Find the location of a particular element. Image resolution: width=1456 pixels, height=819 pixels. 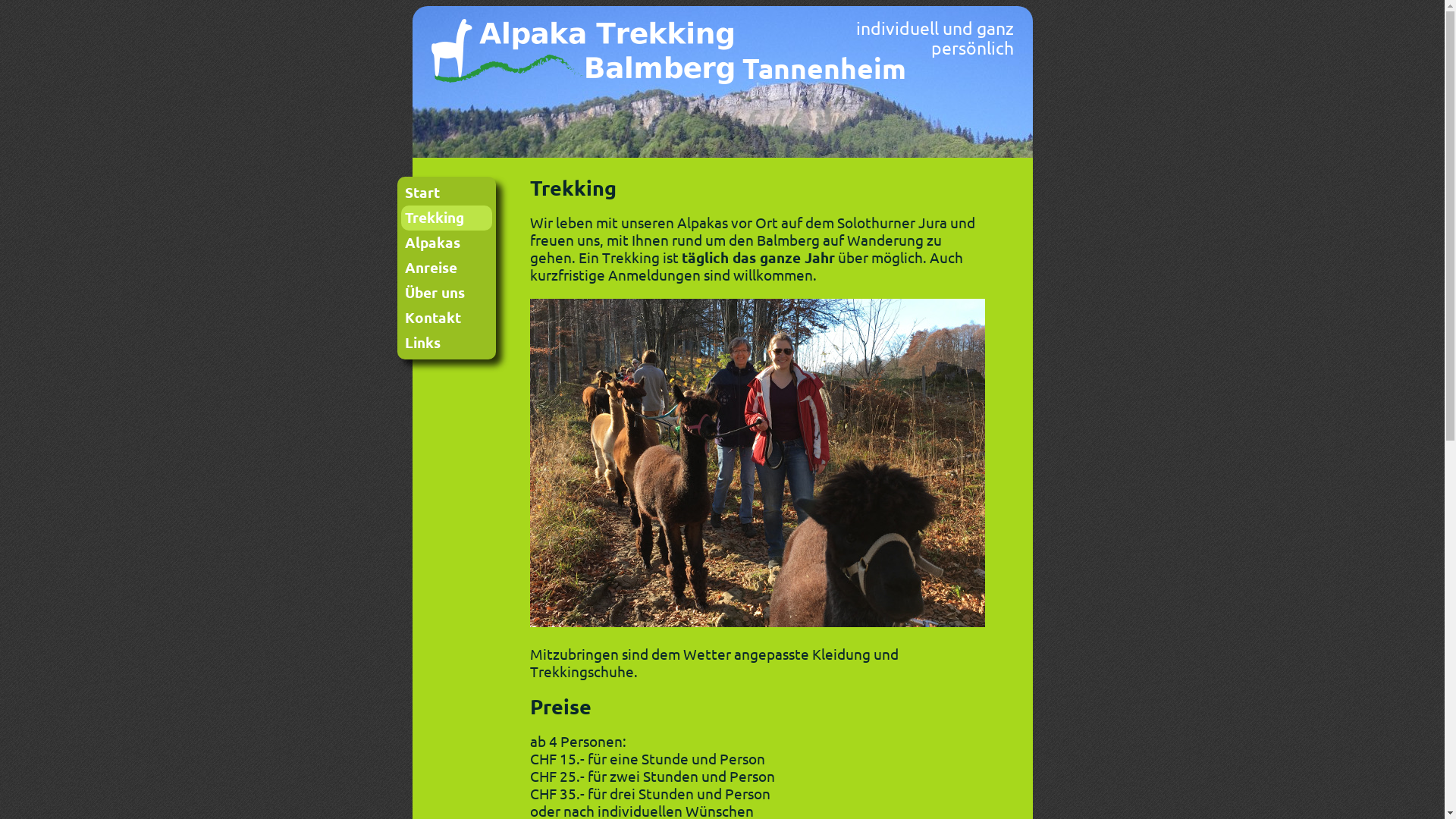

'Links' is located at coordinates (445, 343).